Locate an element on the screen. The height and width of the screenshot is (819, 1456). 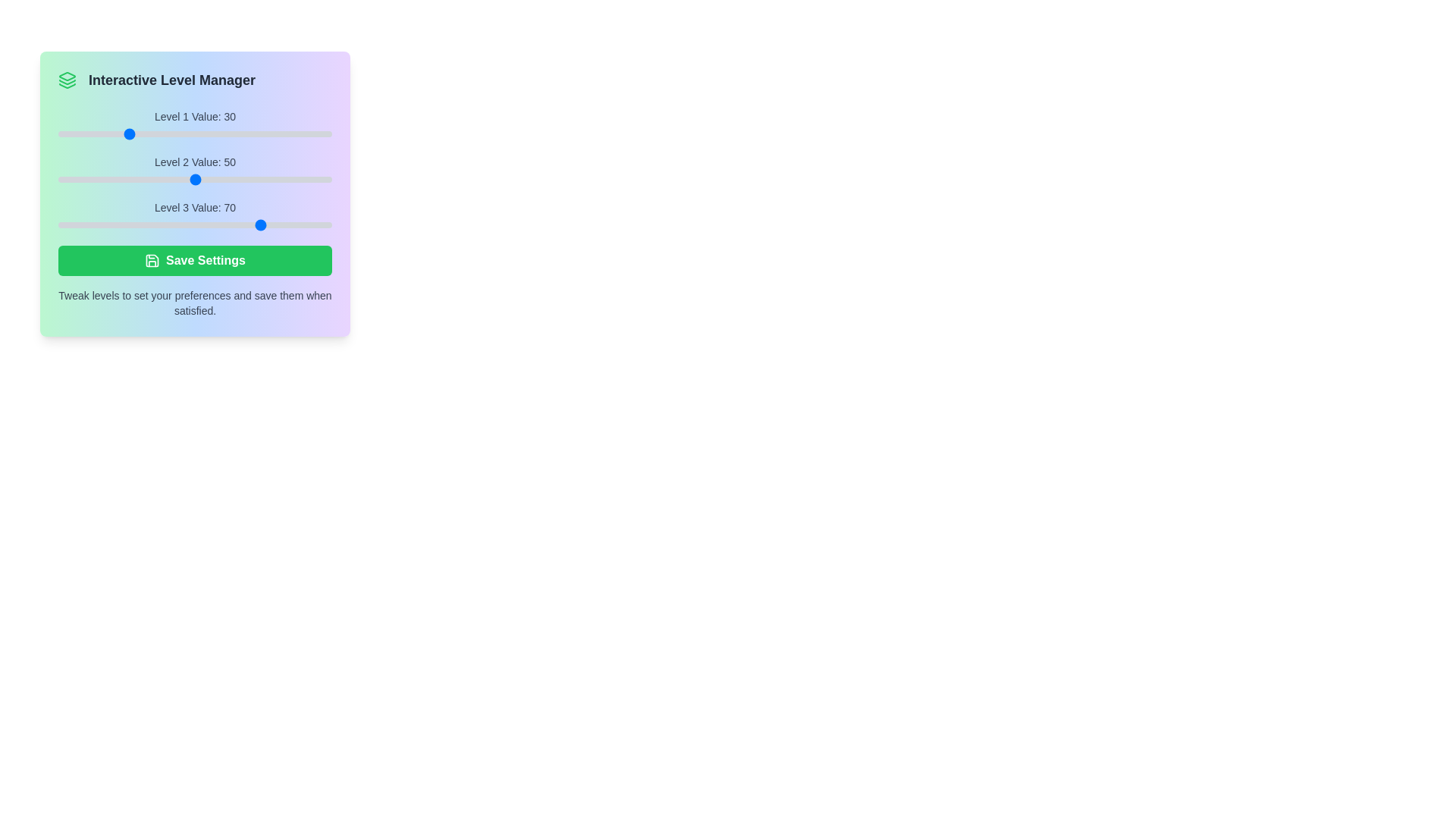
the vector icon element representing the base layer of a stack, which features a green stroke and is part of a multi-layered SVG graphic is located at coordinates (67, 86).